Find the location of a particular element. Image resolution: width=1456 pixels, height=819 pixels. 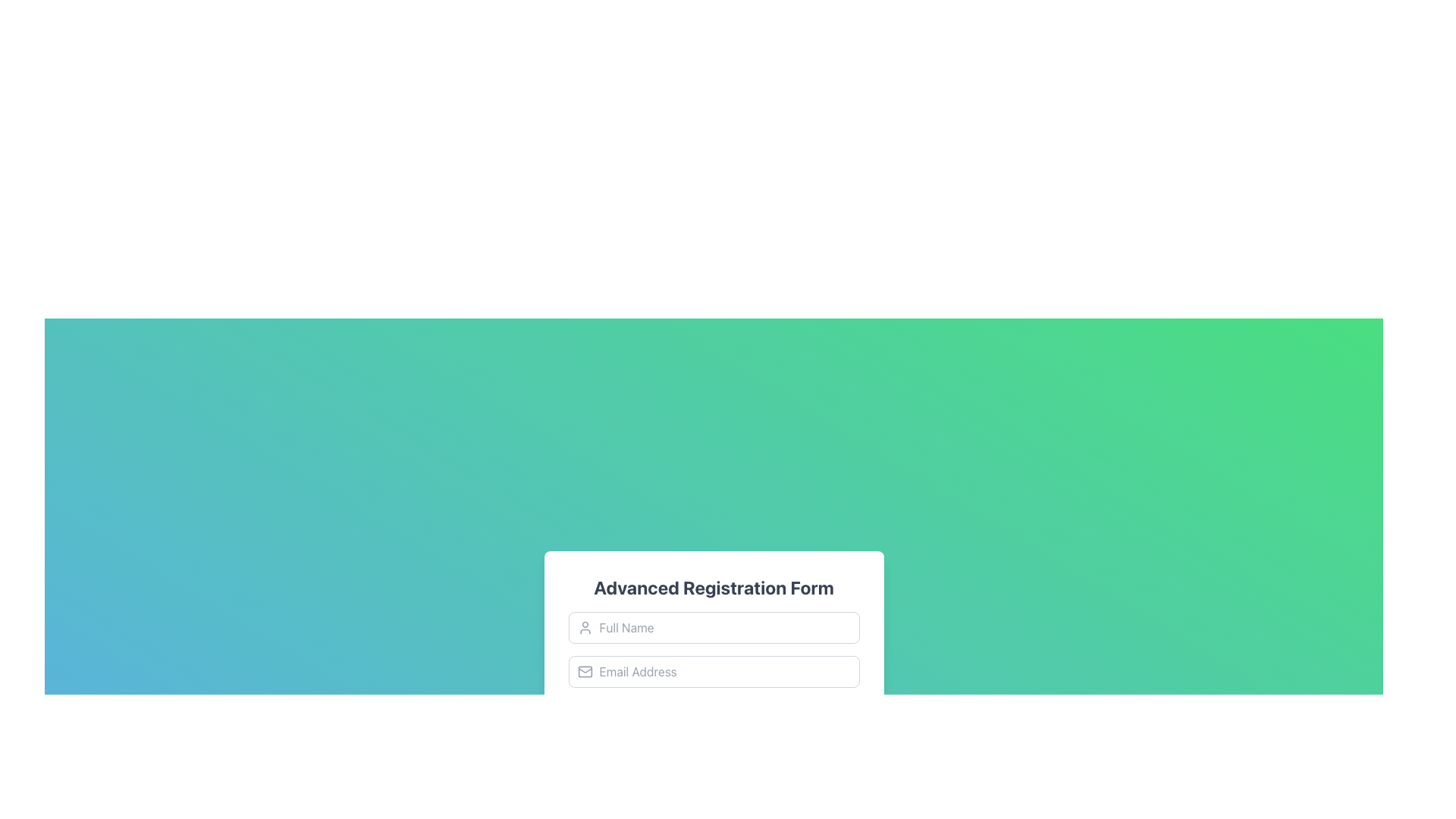

the SVG graphic component representing the body of the envelope icon located inside the email input field, enhancing the visual indication of the email address section is located at coordinates (584, 671).